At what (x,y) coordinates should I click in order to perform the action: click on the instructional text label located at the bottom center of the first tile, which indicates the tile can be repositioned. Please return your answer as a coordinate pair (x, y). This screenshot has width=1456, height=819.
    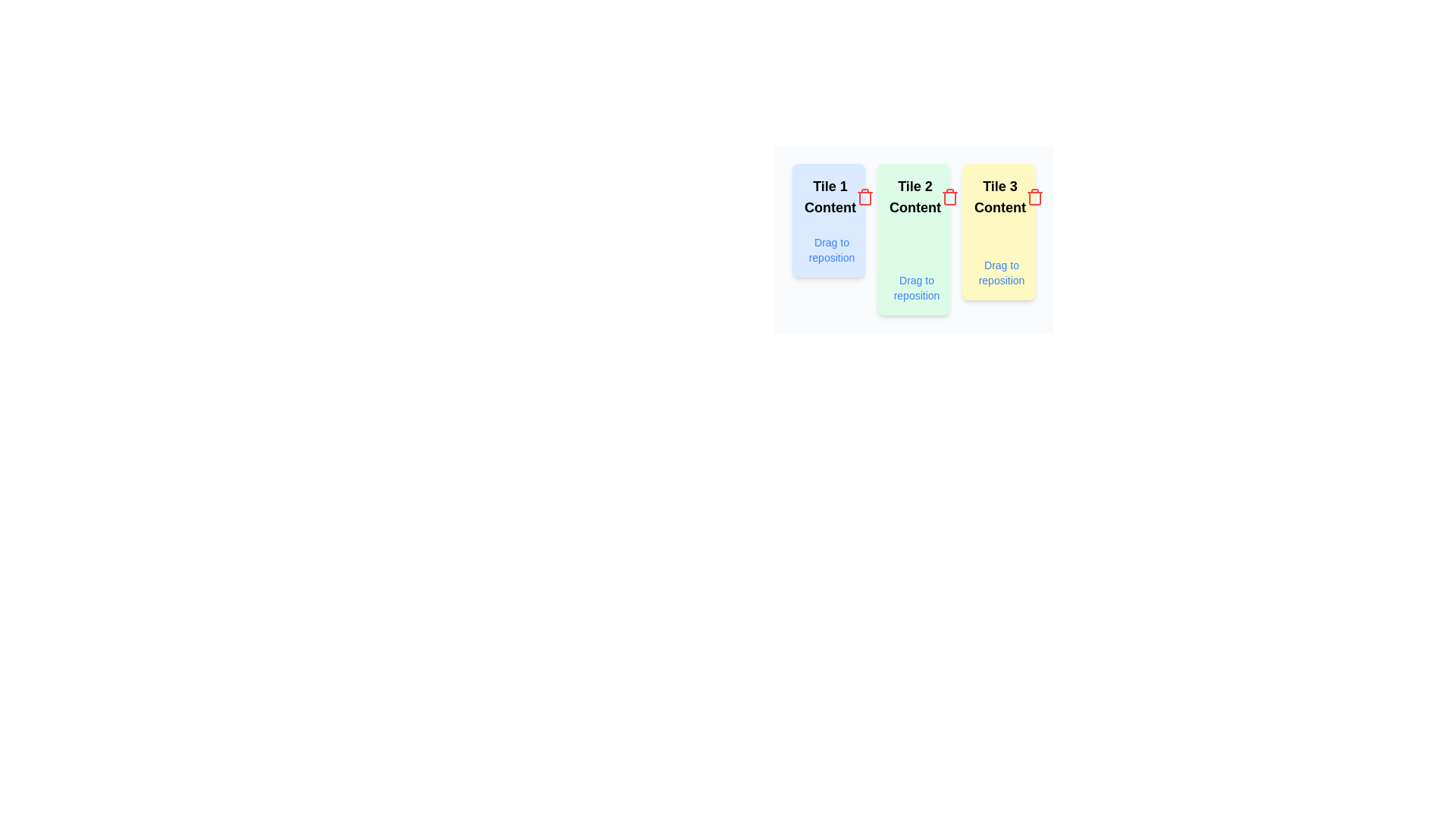
    Looking at the image, I should click on (831, 249).